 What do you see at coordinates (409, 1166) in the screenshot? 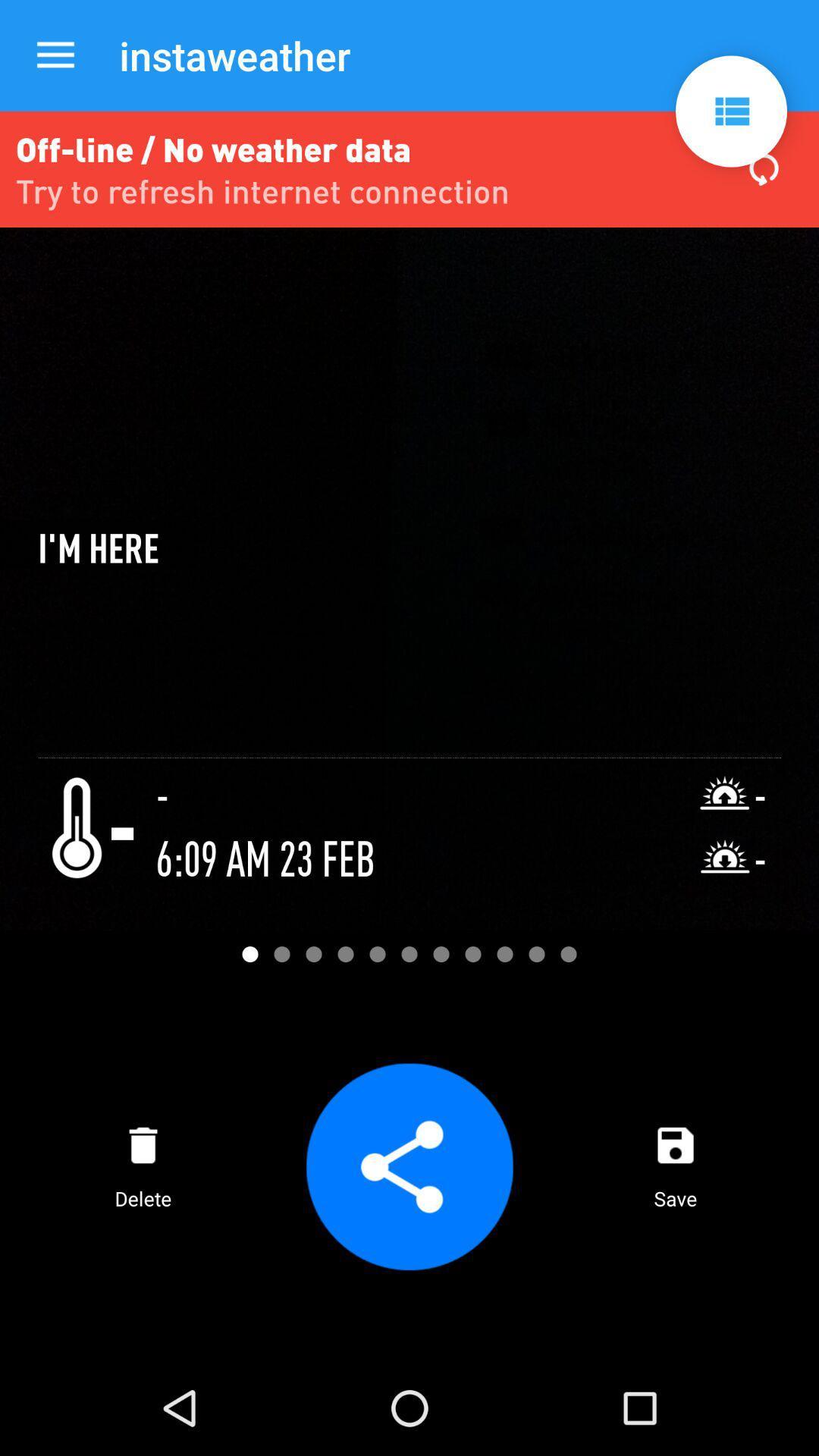
I see `the app to the left of the save app` at bounding box center [409, 1166].